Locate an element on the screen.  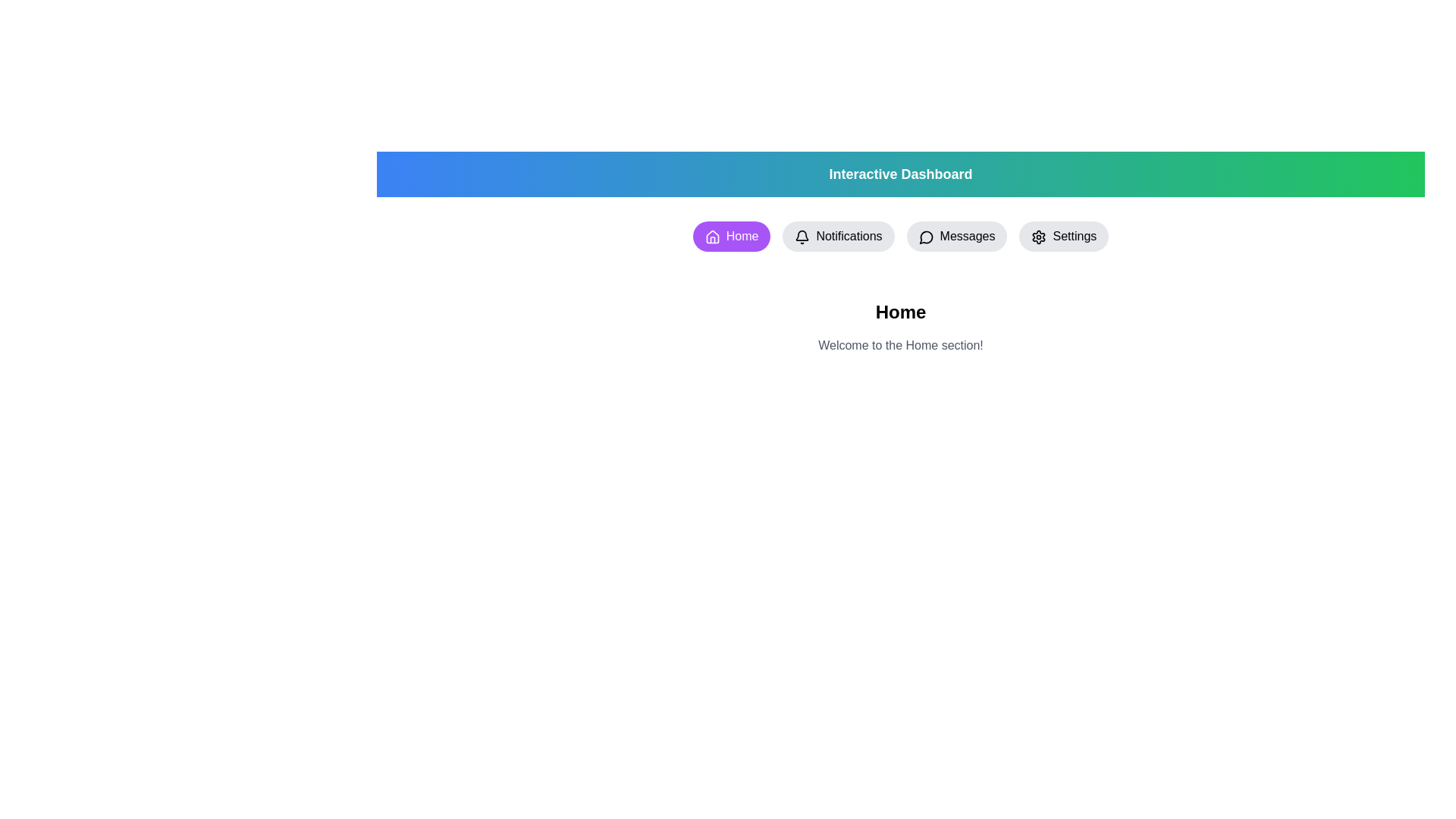
the tab labeled Notifications to view its content is located at coordinates (837, 237).